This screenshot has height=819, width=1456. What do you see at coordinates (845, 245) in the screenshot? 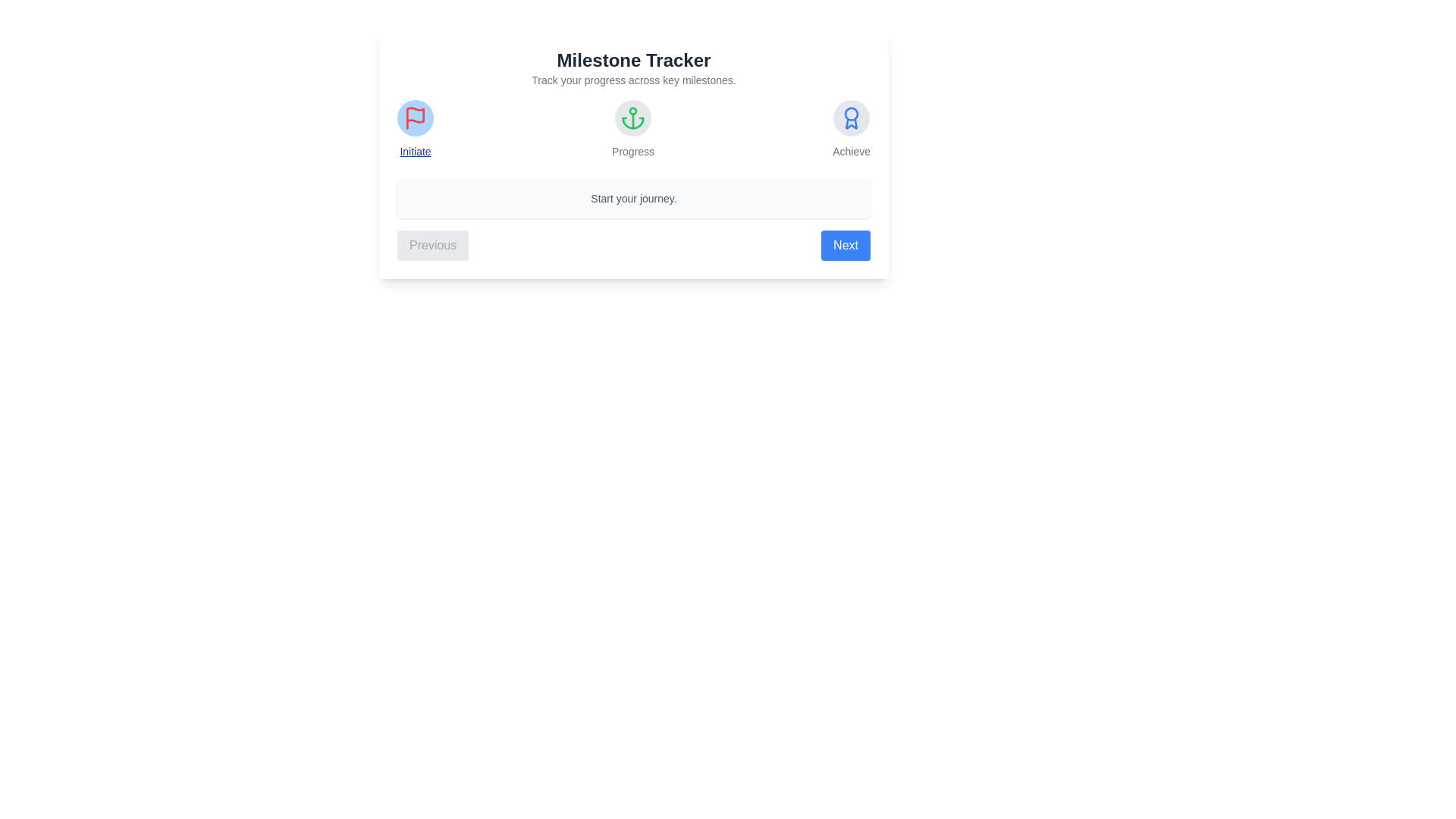
I see `the 'Next' button to progress to the next milestone` at bounding box center [845, 245].